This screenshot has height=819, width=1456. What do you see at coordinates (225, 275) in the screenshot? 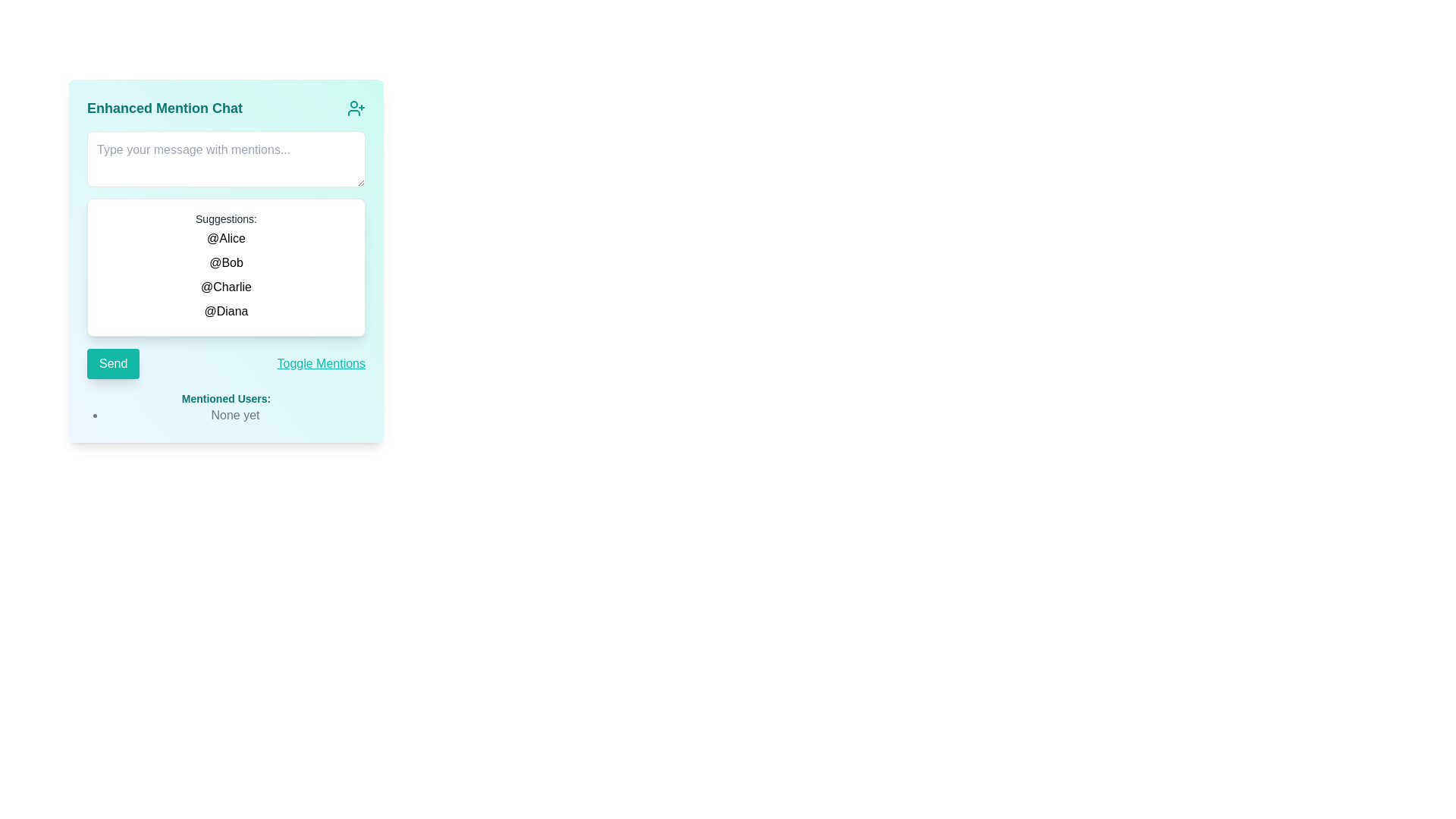
I see `the third name in the Suggestions list, which is displayed as '@Charlie', styled with a compact layout and rounded corners` at bounding box center [225, 275].